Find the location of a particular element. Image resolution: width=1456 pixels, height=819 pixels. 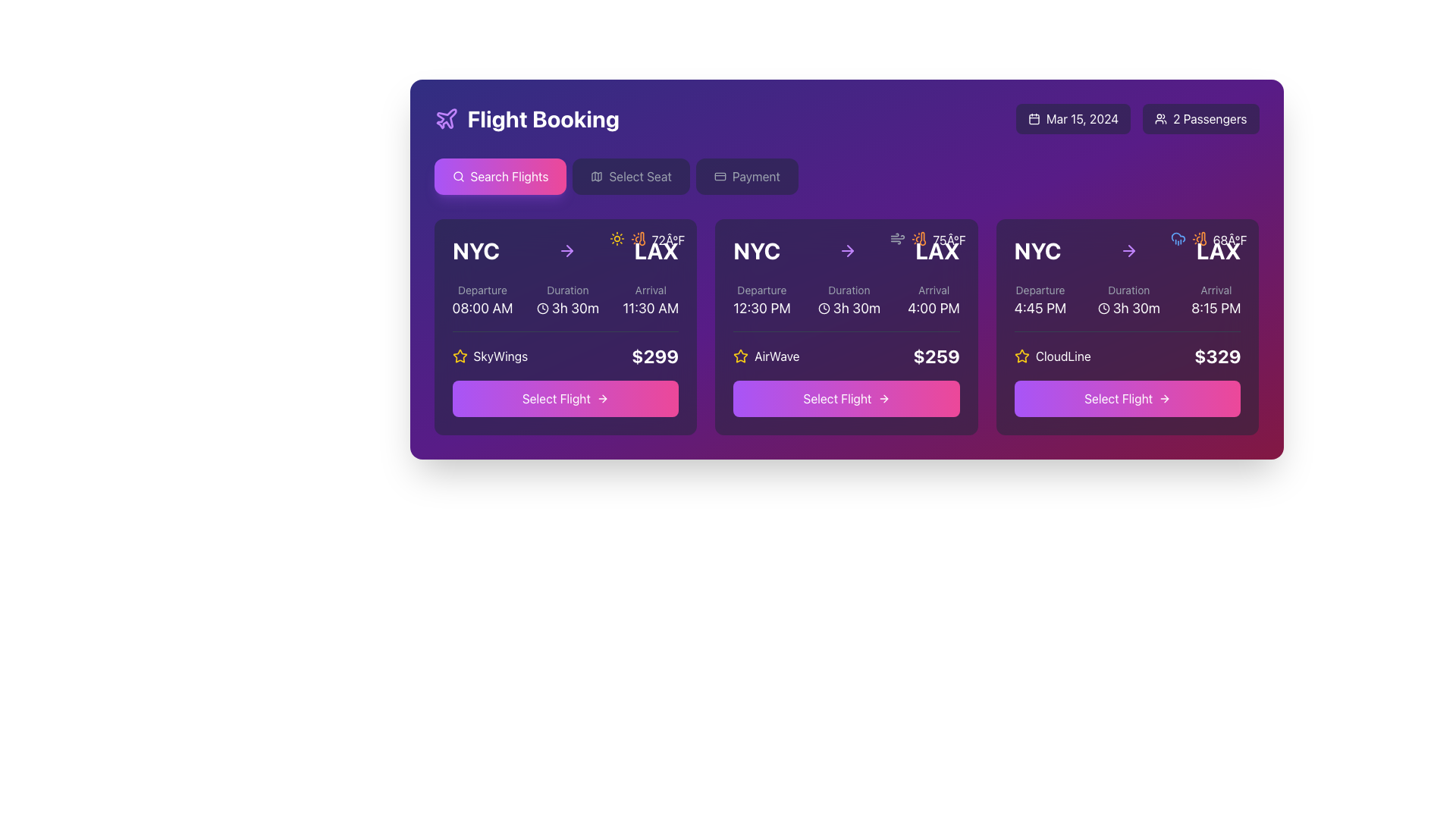

the bold text displaying 'LAX' in white font located at the top-right of the flight information card to ascertain the flight destination is located at coordinates (937, 250).